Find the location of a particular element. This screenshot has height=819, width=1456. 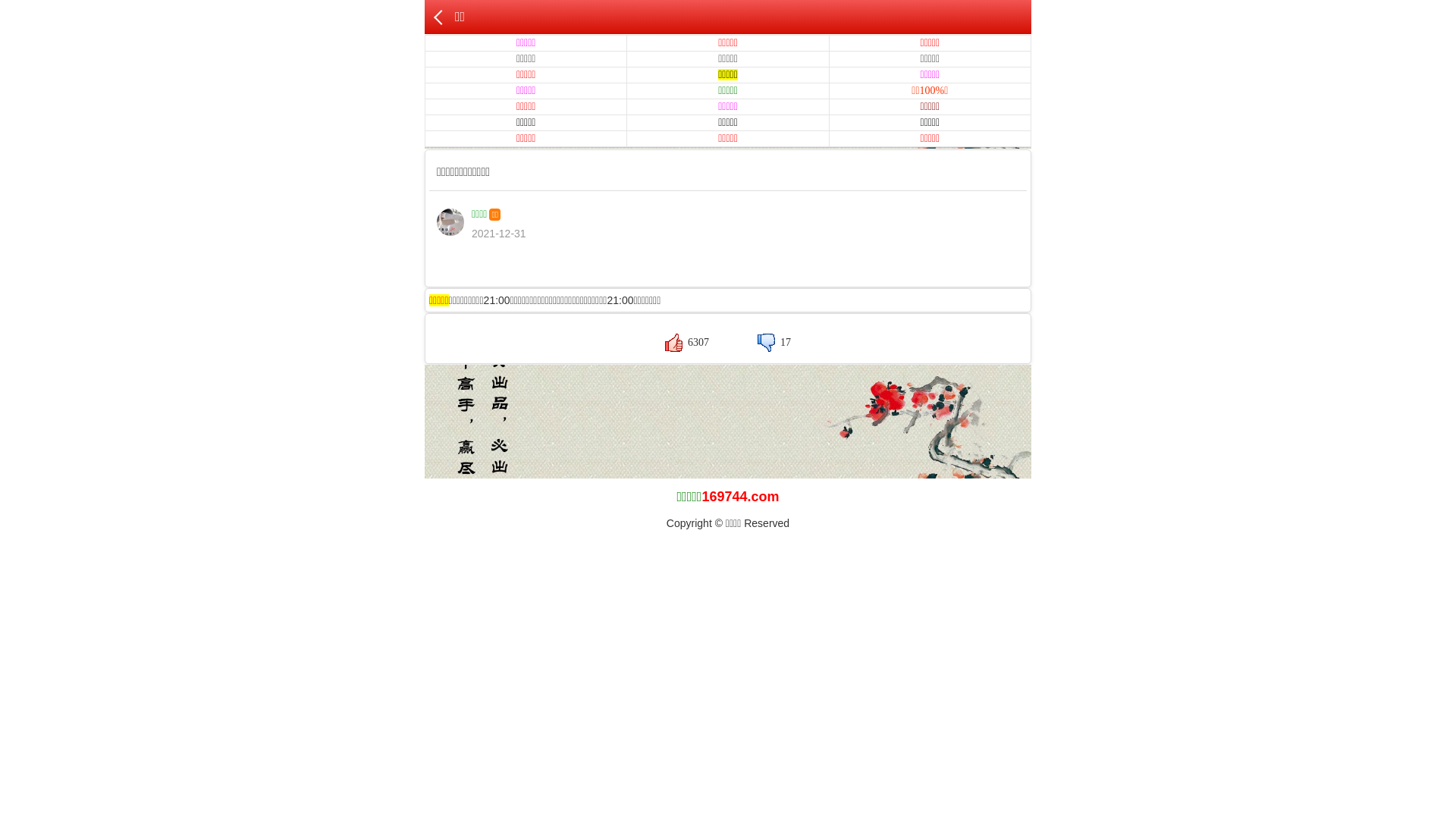

'6307' is located at coordinates (686, 342).